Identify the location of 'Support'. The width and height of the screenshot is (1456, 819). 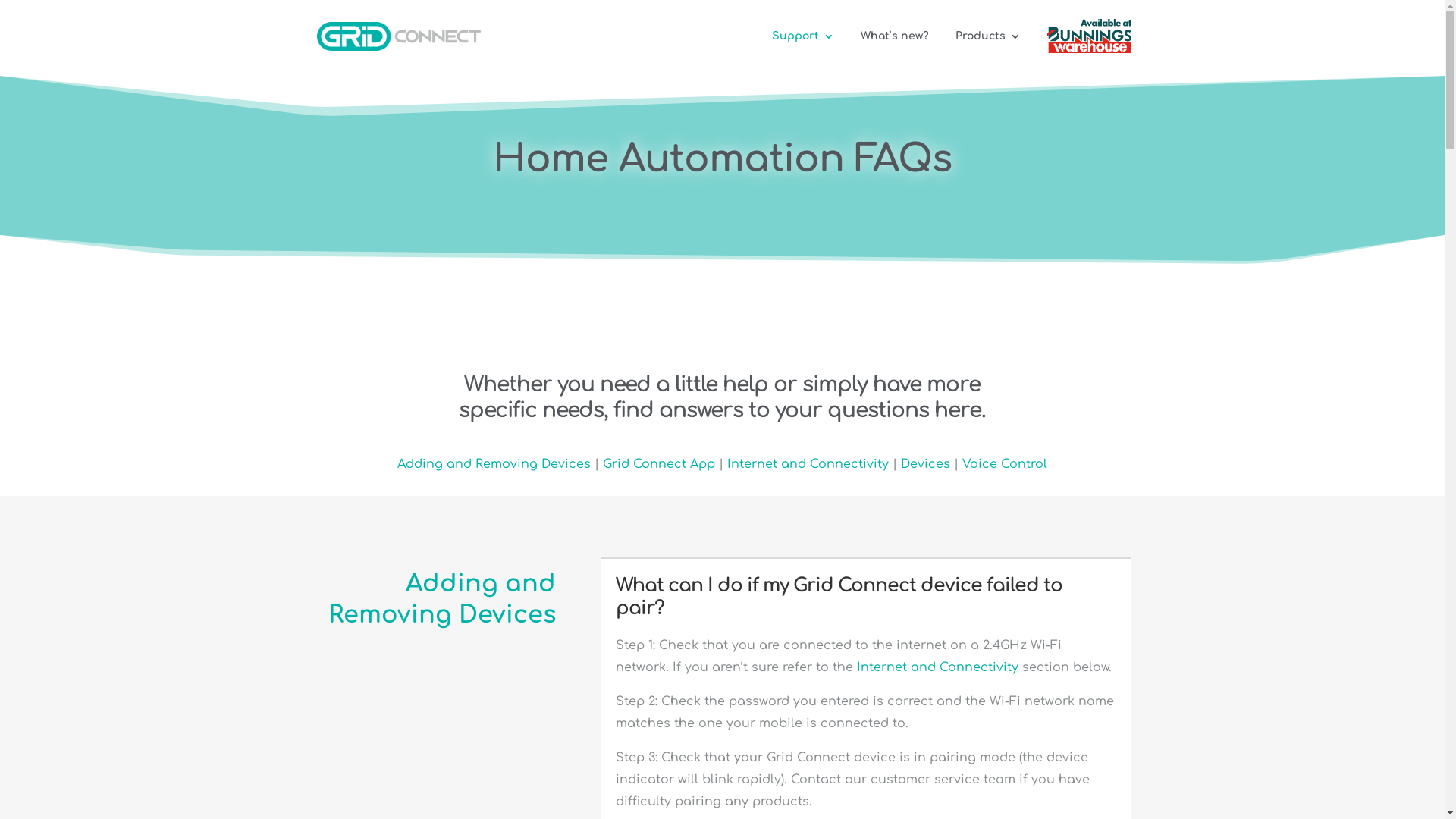
(802, 44).